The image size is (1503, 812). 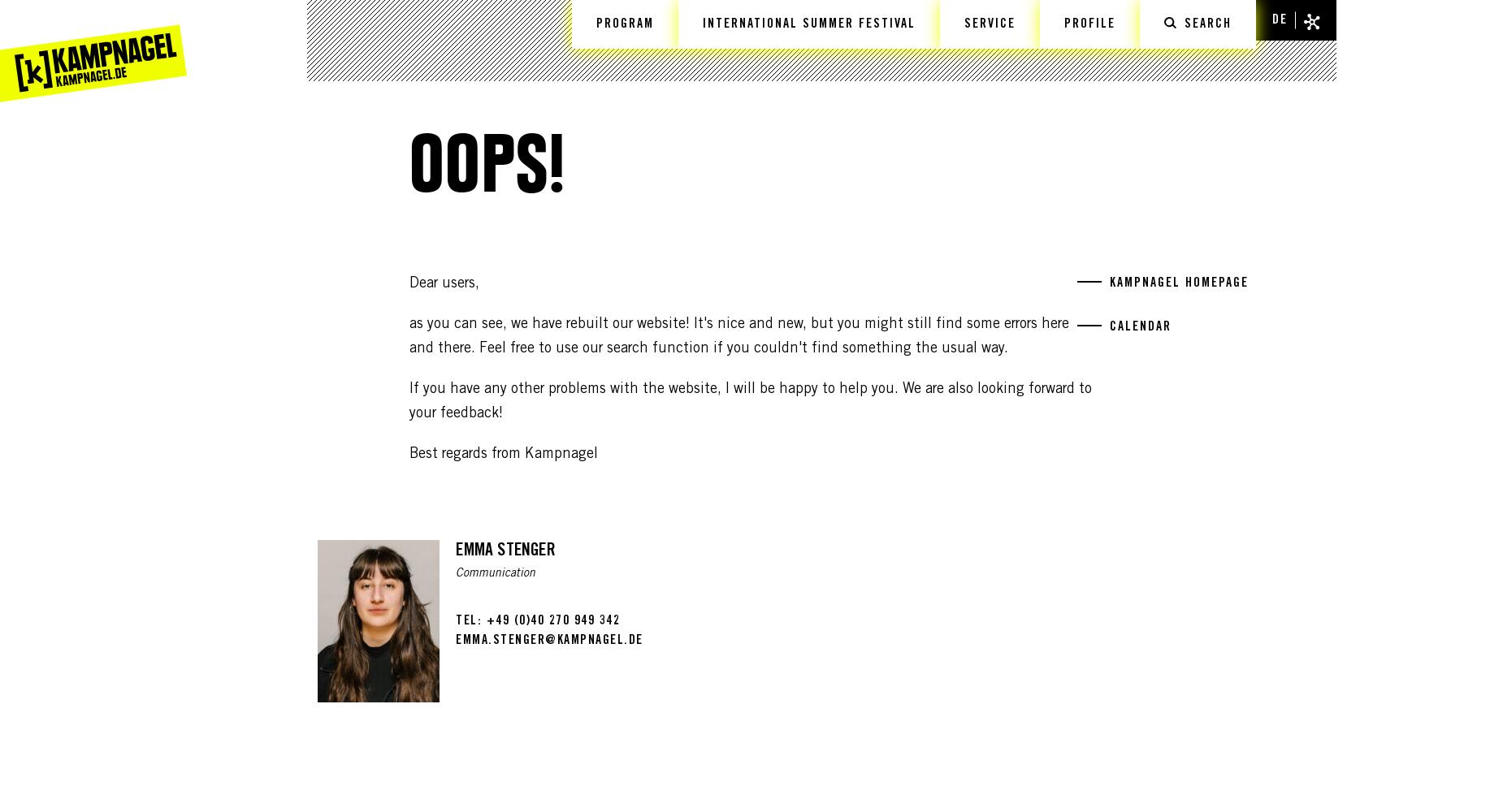 I want to click on 'Communication', so click(x=495, y=572).